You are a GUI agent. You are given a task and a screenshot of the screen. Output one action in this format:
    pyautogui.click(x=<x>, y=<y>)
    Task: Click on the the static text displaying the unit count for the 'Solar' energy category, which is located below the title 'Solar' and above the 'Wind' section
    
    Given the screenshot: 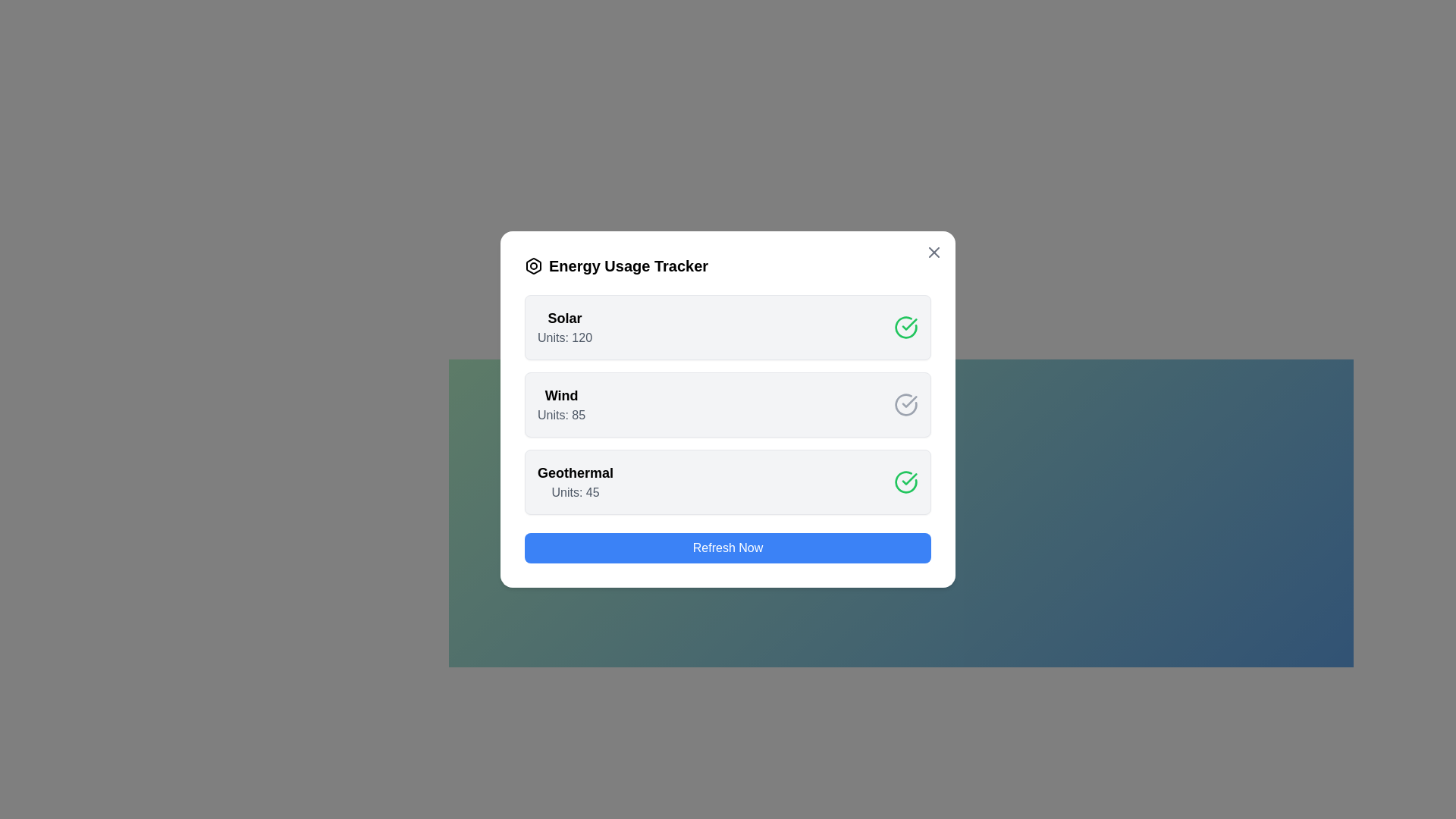 What is the action you would take?
    pyautogui.click(x=563, y=337)
    